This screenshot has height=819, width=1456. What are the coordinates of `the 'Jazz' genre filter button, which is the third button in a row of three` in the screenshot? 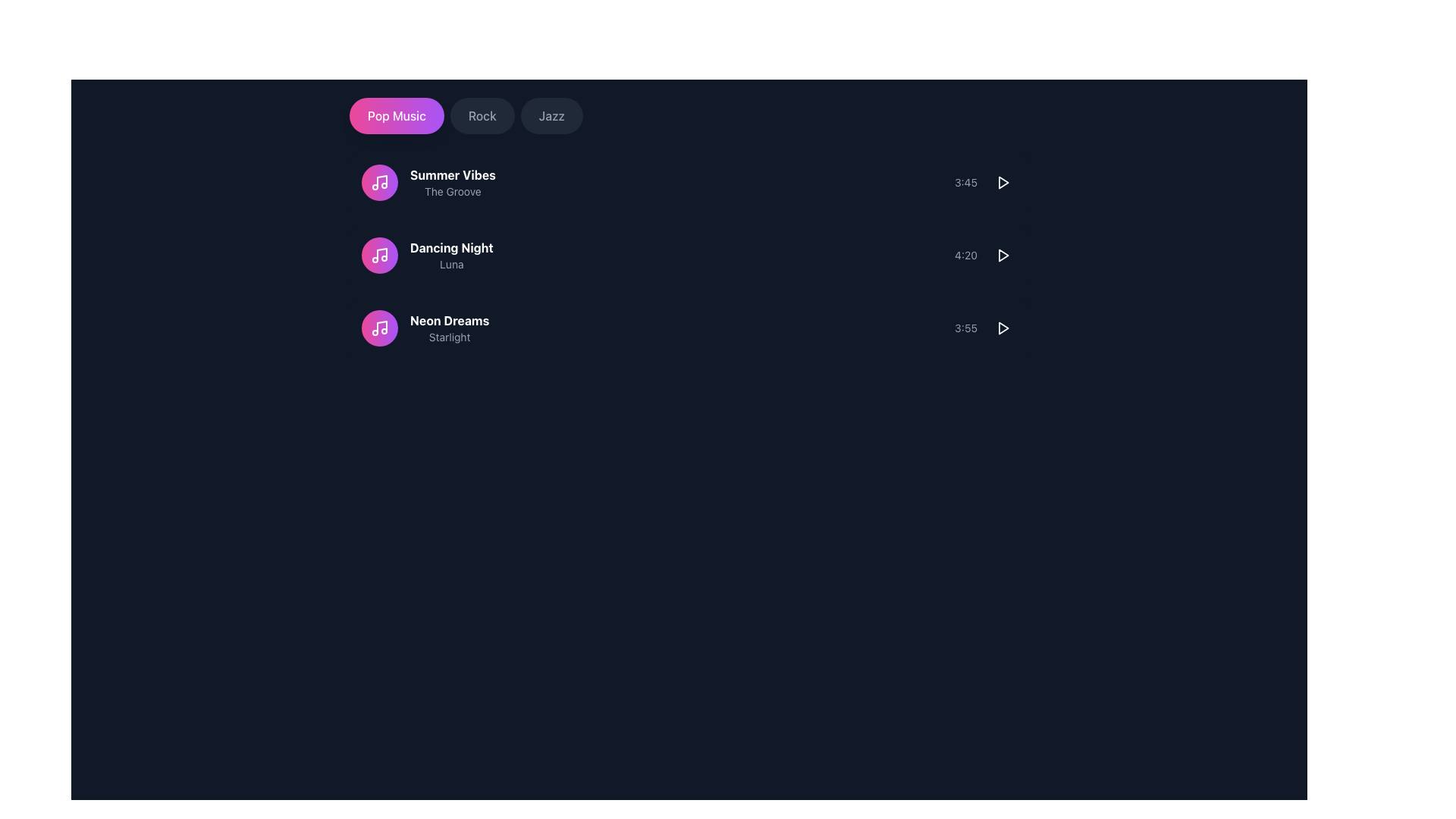 It's located at (551, 115).